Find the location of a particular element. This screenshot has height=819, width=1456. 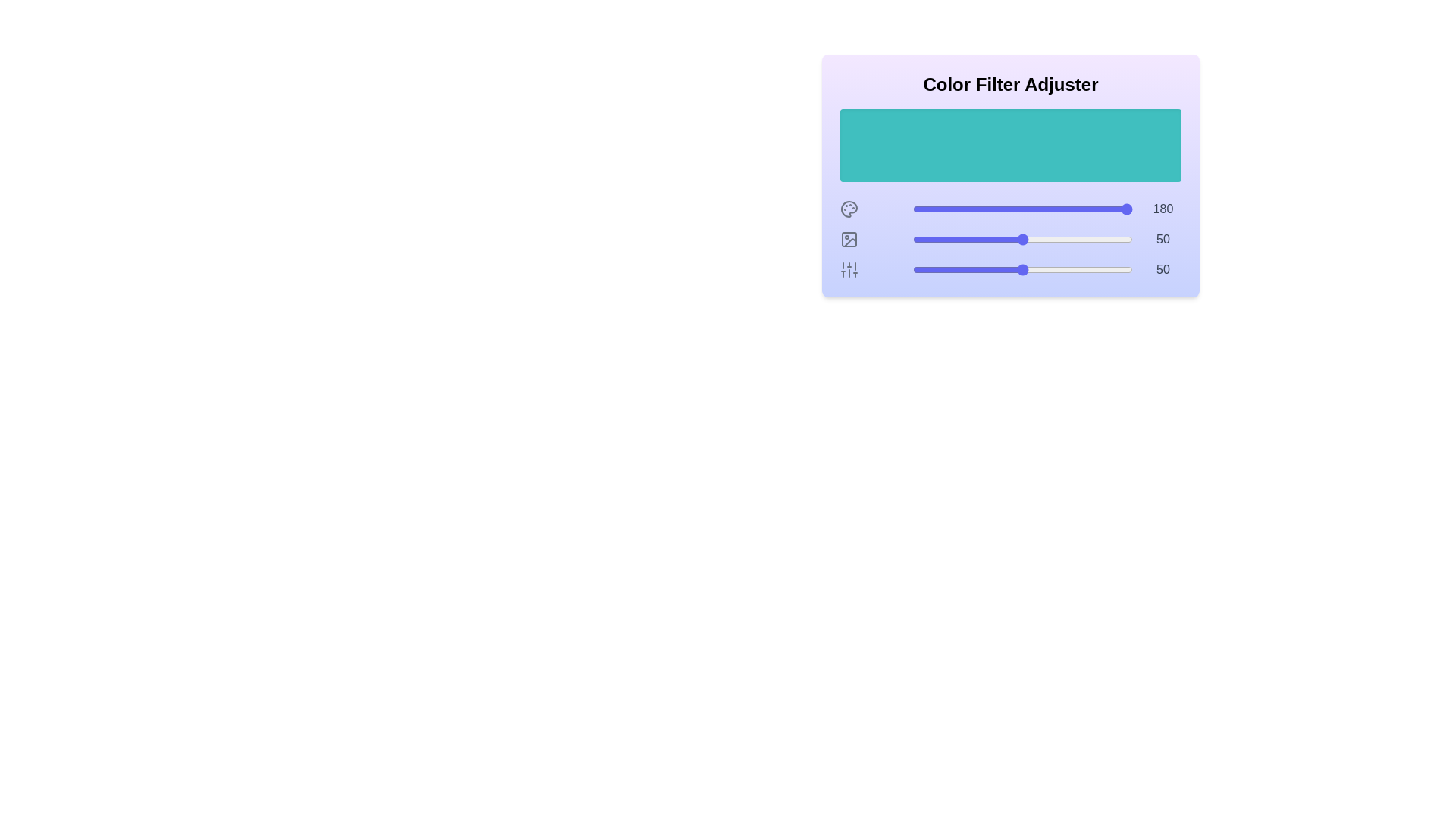

the 1 slider to 18 to observe the color preview area is located at coordinates (952, 239).